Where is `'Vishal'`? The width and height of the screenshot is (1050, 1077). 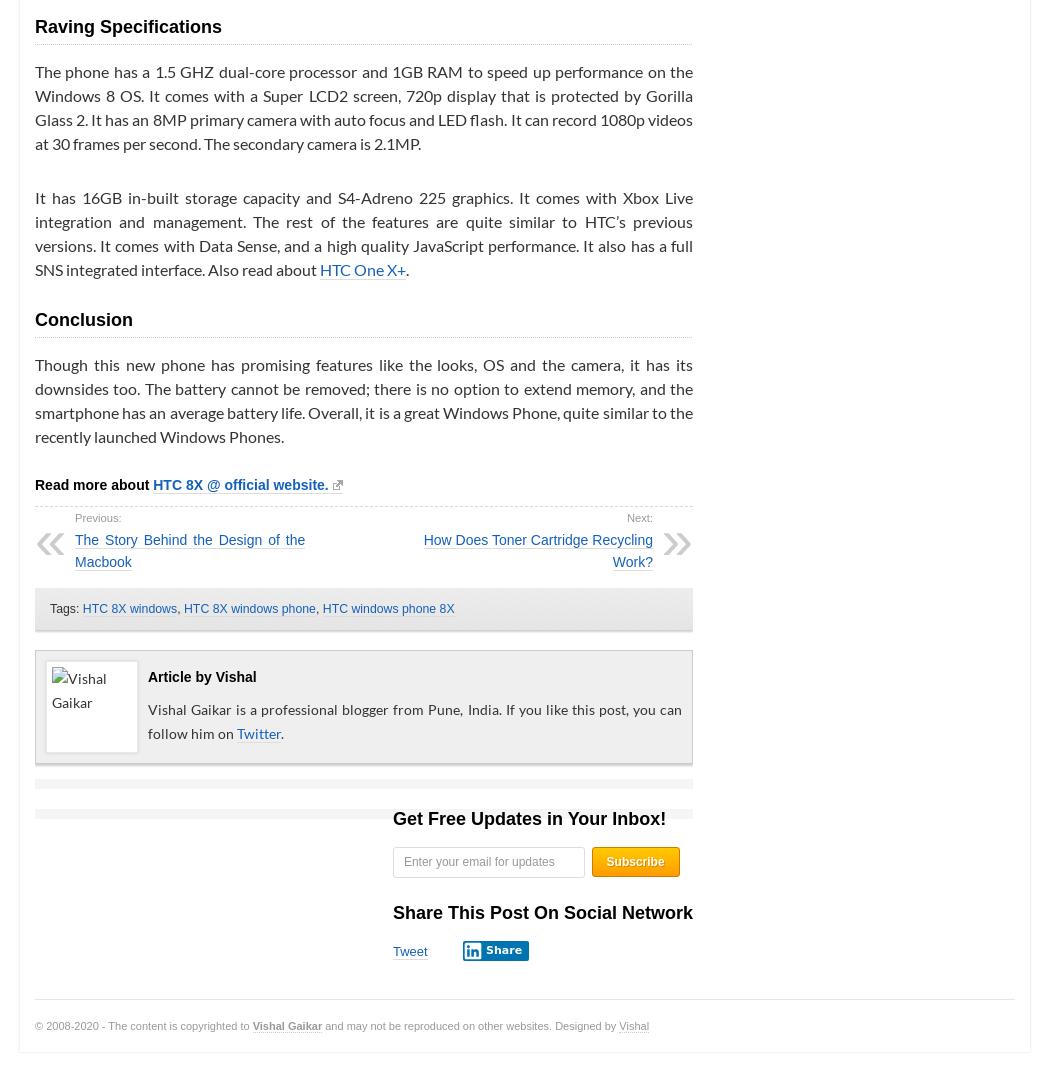
'Vishal' is located at coordinates (633, 1023).